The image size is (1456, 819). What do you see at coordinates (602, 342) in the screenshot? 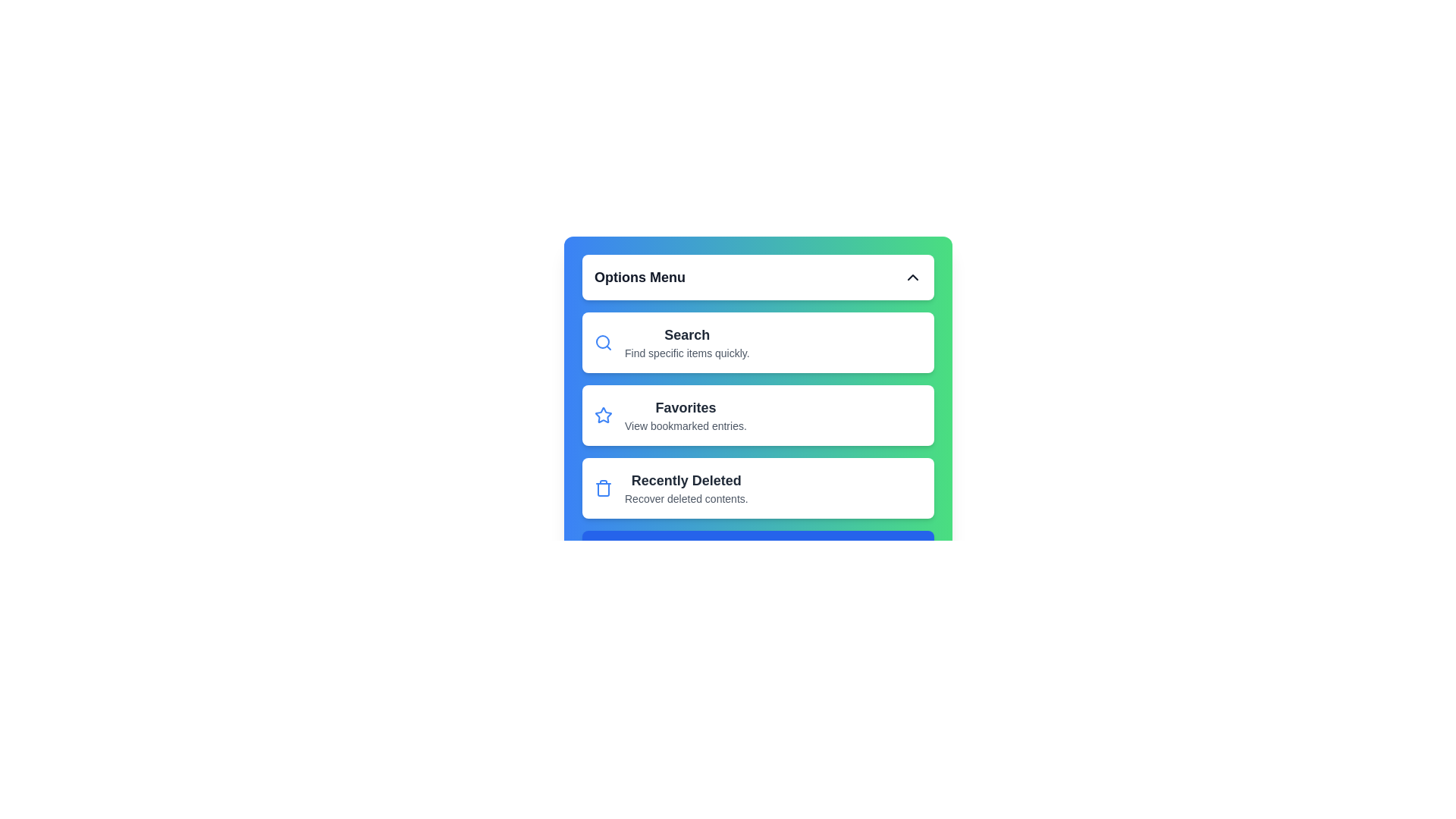
I see `the Decorative SVG shape (circle) which represents the central part of the magnifying glass icon, part of the 'Search' option in the menu` at bounding box center [602, 342].